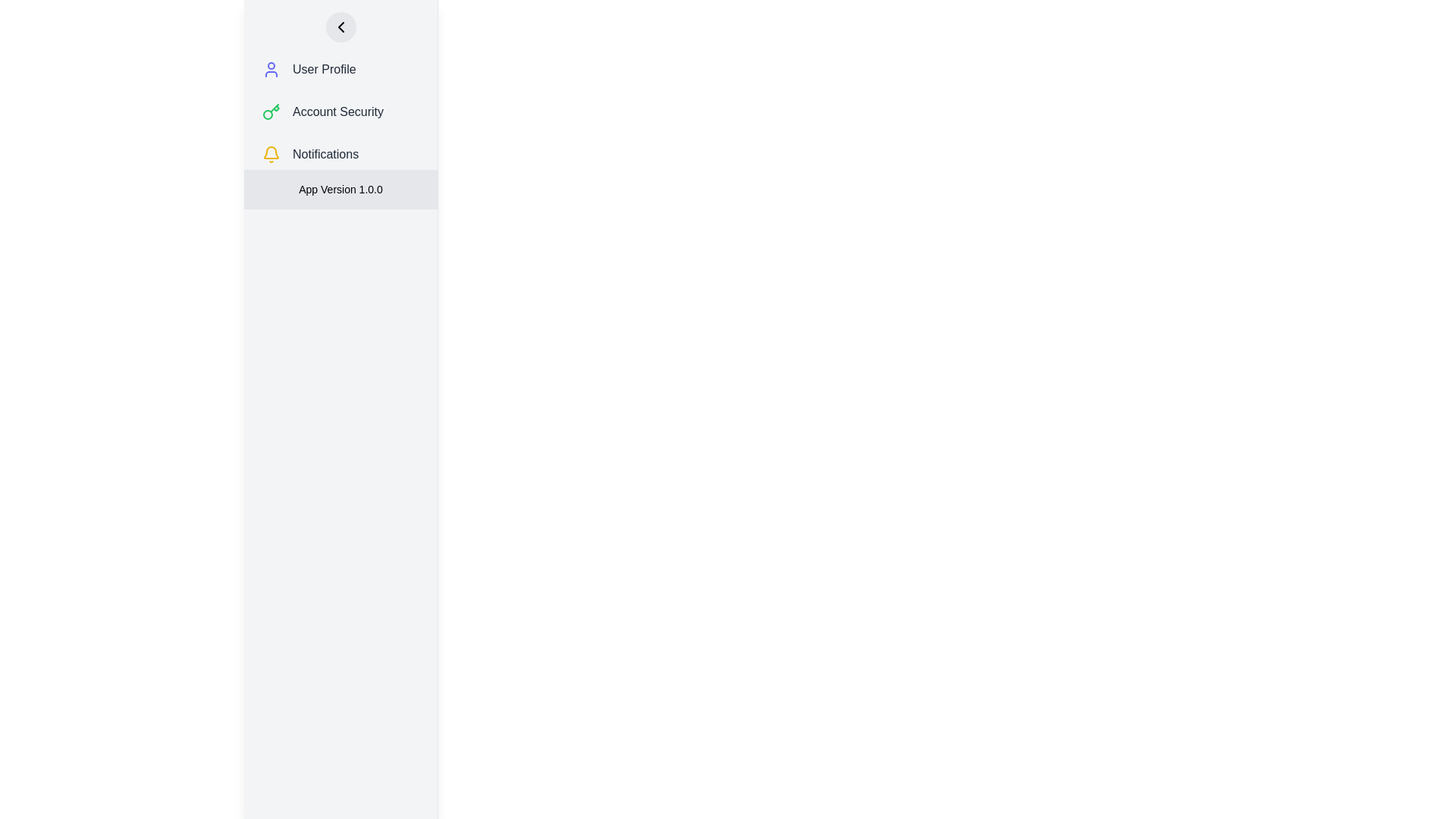 This screenshot has height=819, width=1456. I want to click on the notification icon (bell icon) located next to the 'Notifications' label in the sidebar menu, which is the third item from the top, so click(271, 155).